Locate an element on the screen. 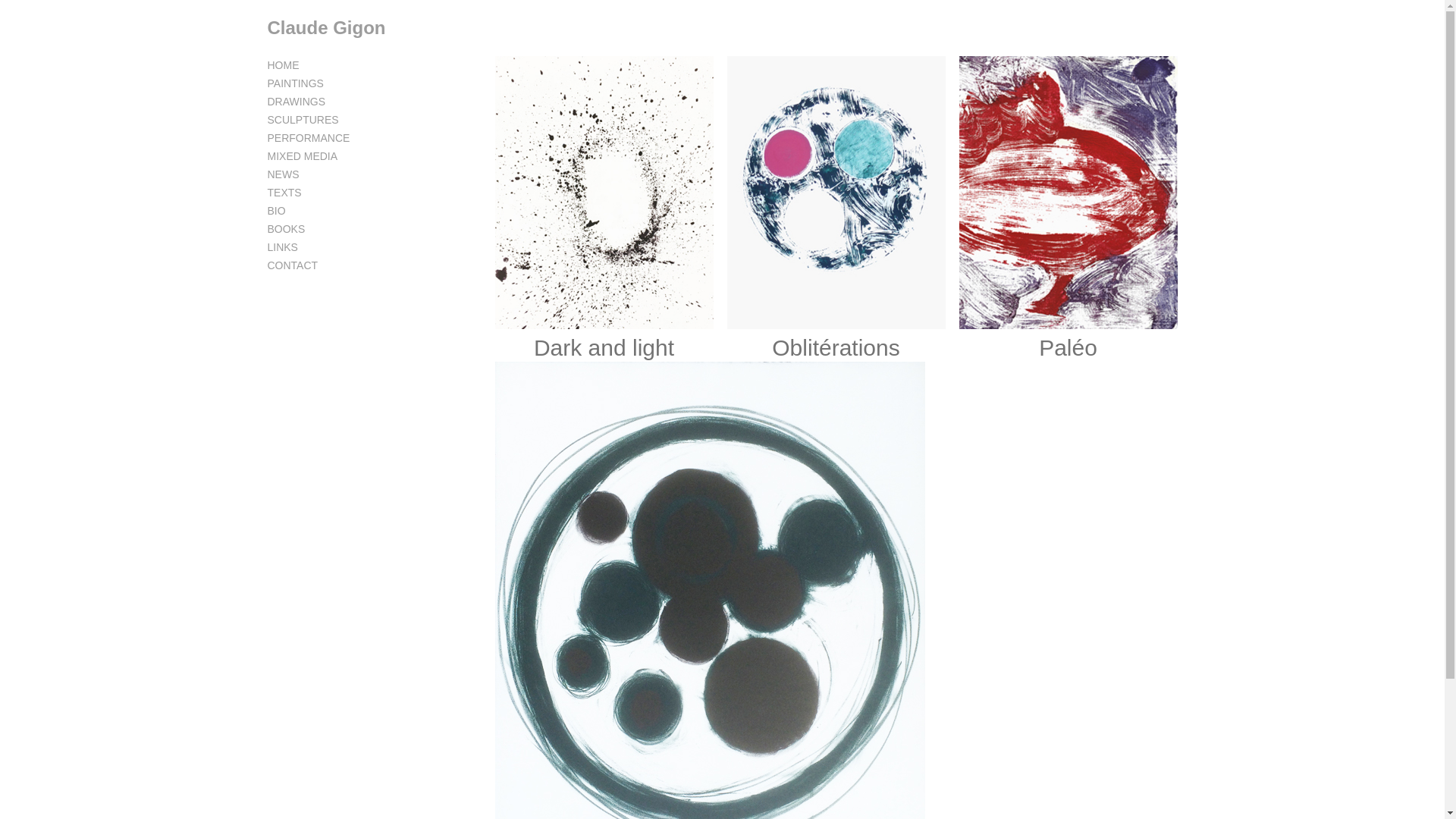 This screenshot has height=819, width=1456. 'SCULPTURES' is located at coordinates (302, 119).